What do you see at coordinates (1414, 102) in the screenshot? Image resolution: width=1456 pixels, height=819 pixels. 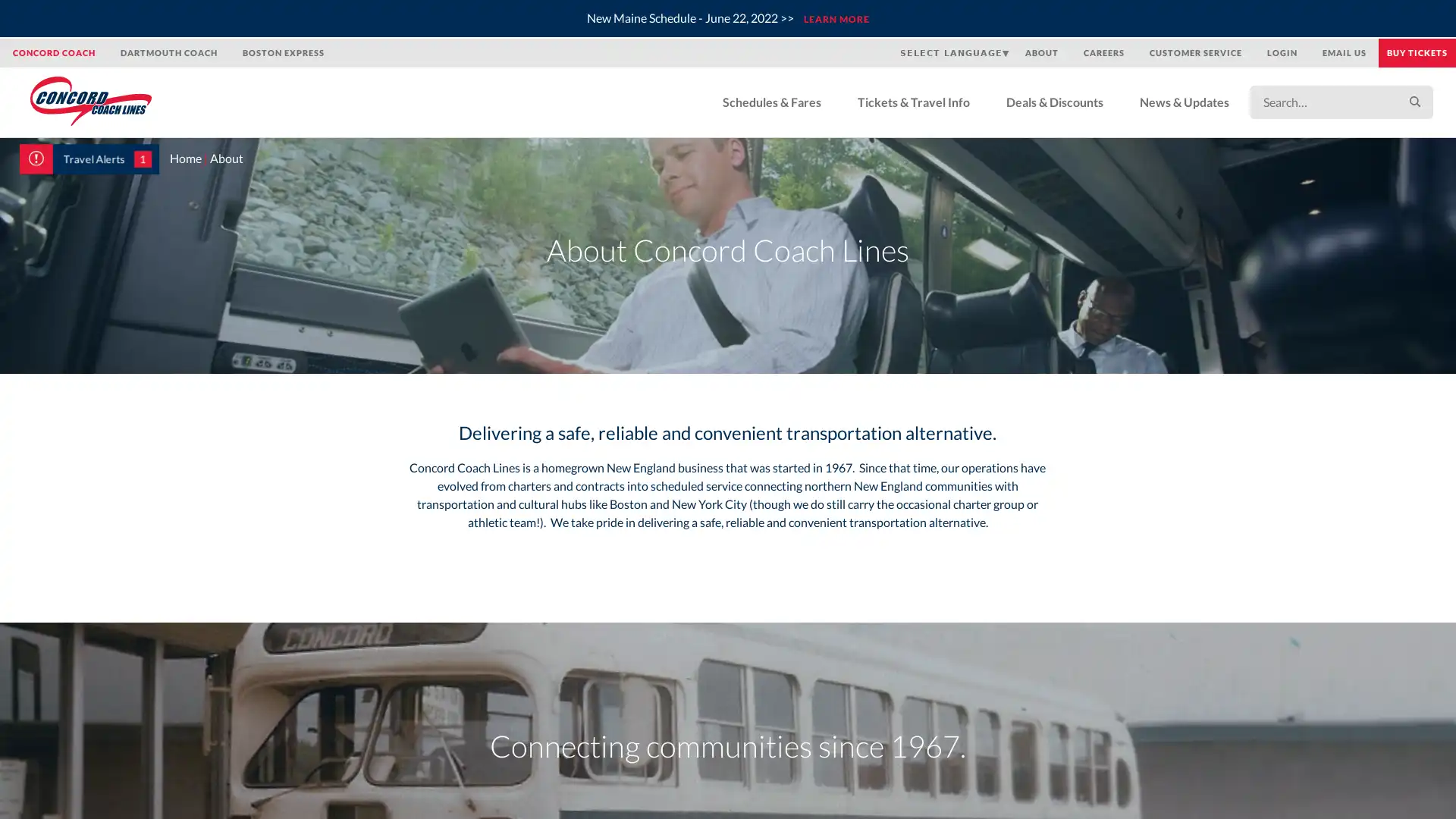 I see `Search` at bounding box center [1414, 102].